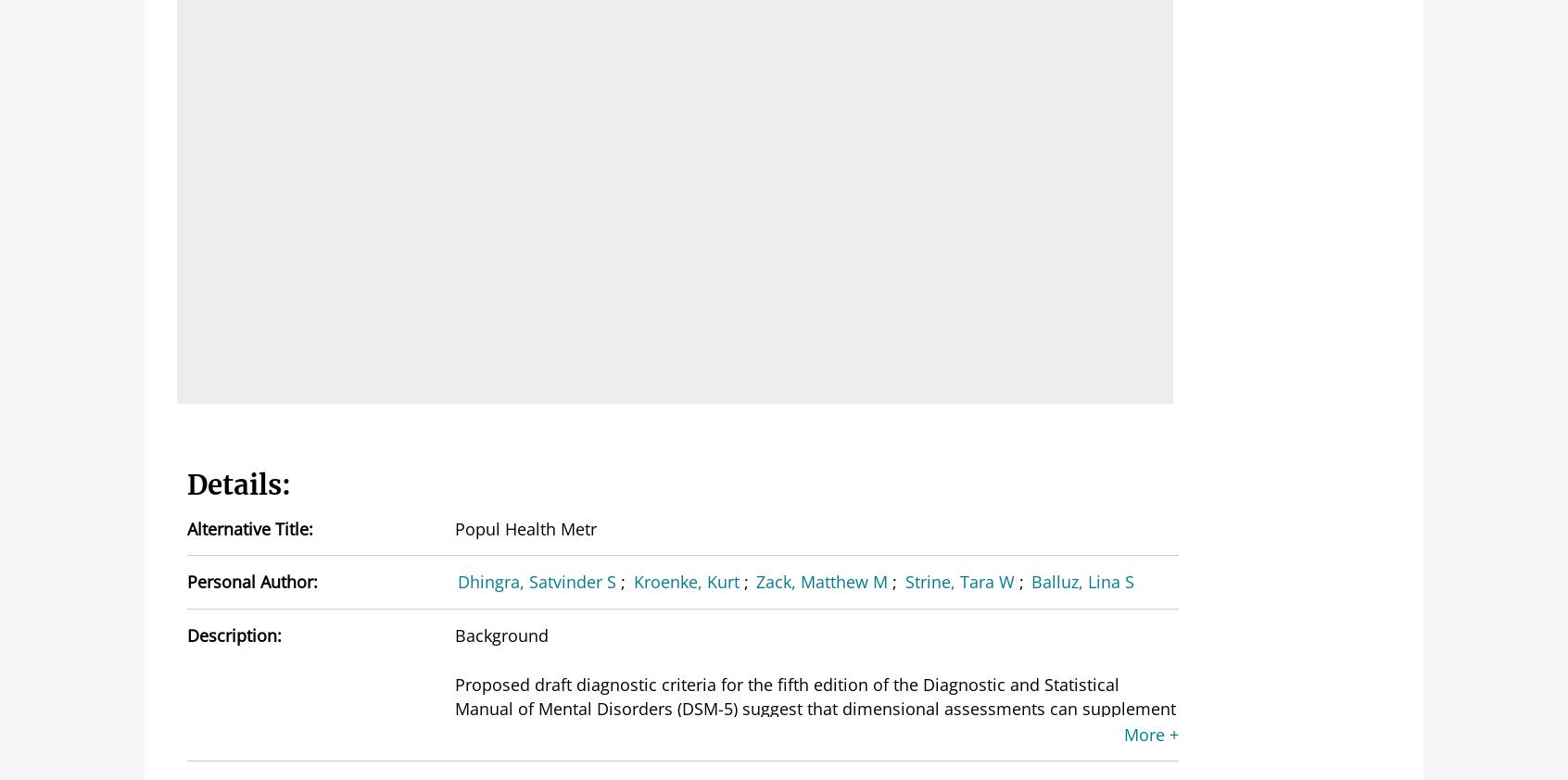  Describe the element at coordinates (239, 483) in the screenshot. I see `'Details:'` at that location.